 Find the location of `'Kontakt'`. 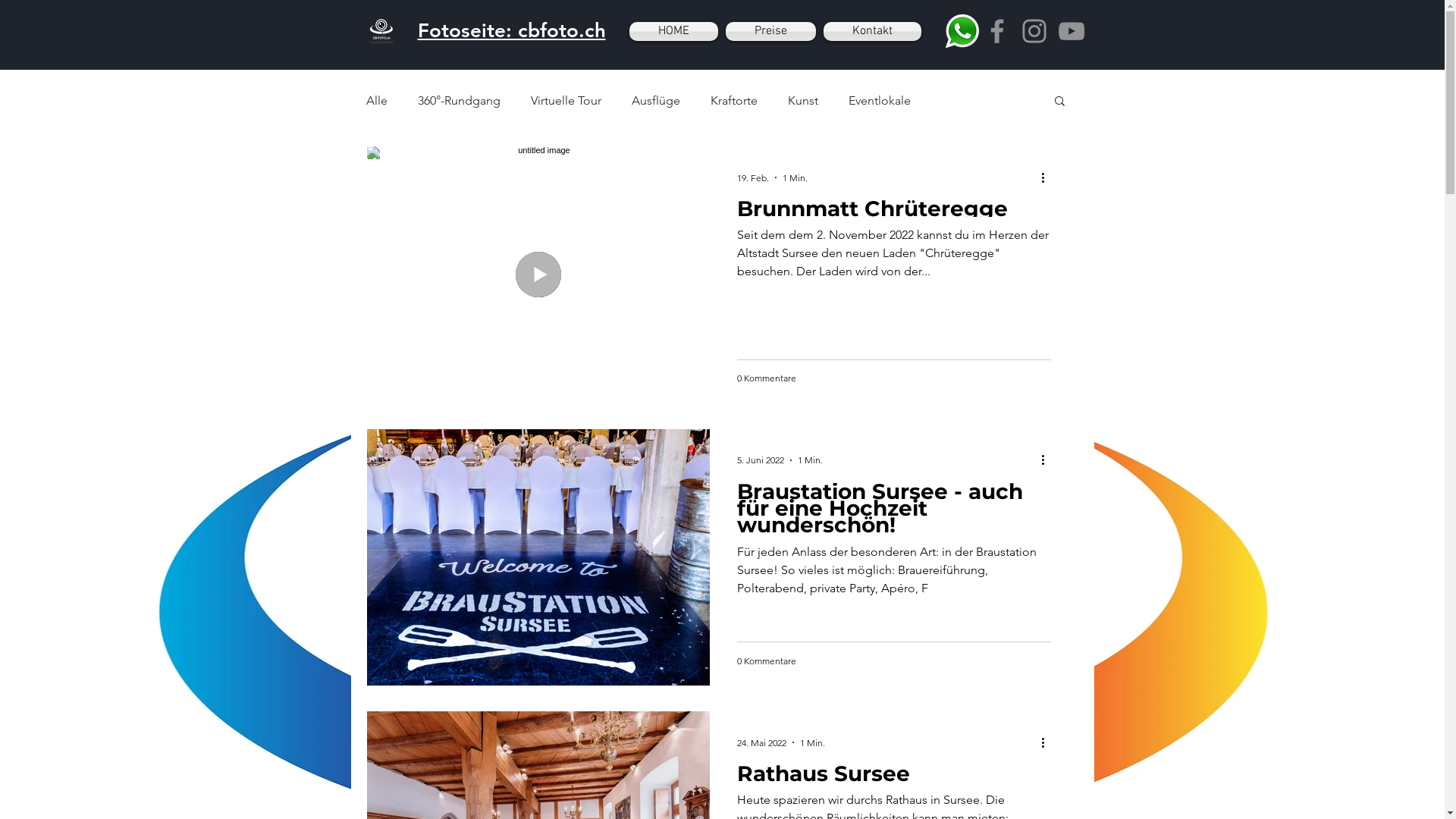

'Kontakt' is located at coordinates (870, 31).